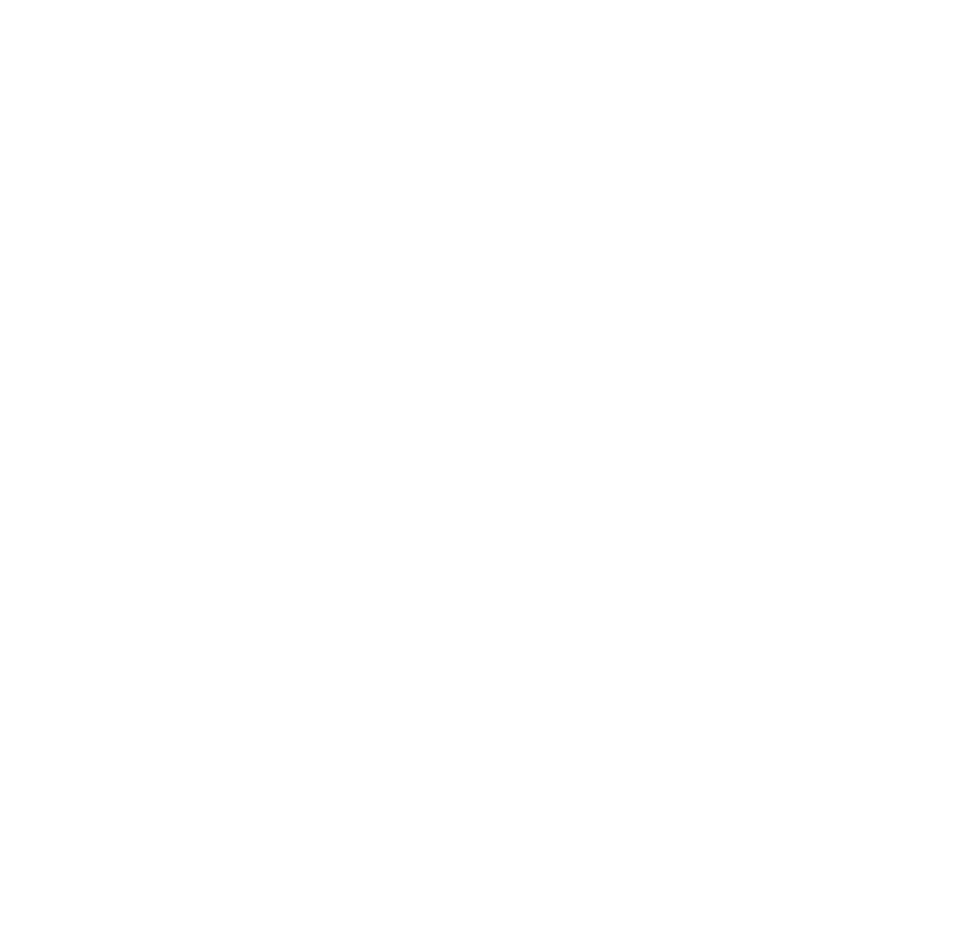 This screenshot has width=980, height=938. What do you see at coordinates (205, 550) in the screenshot?
I see `'Meeting and event planners book Desi today!'` at bounding box center [205, 550].